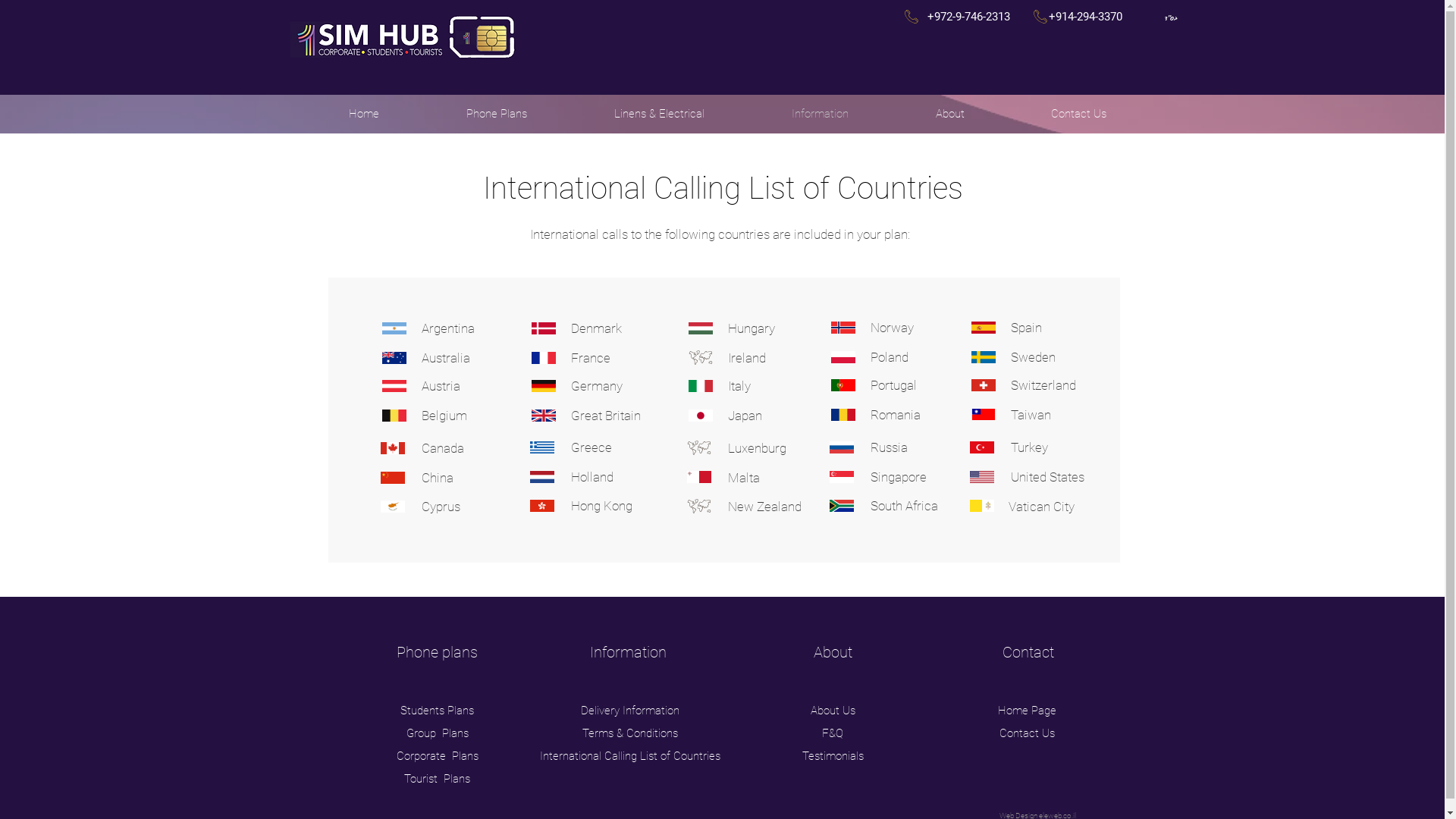 The height and width of the screenshot is (819, 1456). What do you see at coordinates (629, 733) in the screenshot?
I see `'Terms & Conditions'` at bounding box center [629, 733].